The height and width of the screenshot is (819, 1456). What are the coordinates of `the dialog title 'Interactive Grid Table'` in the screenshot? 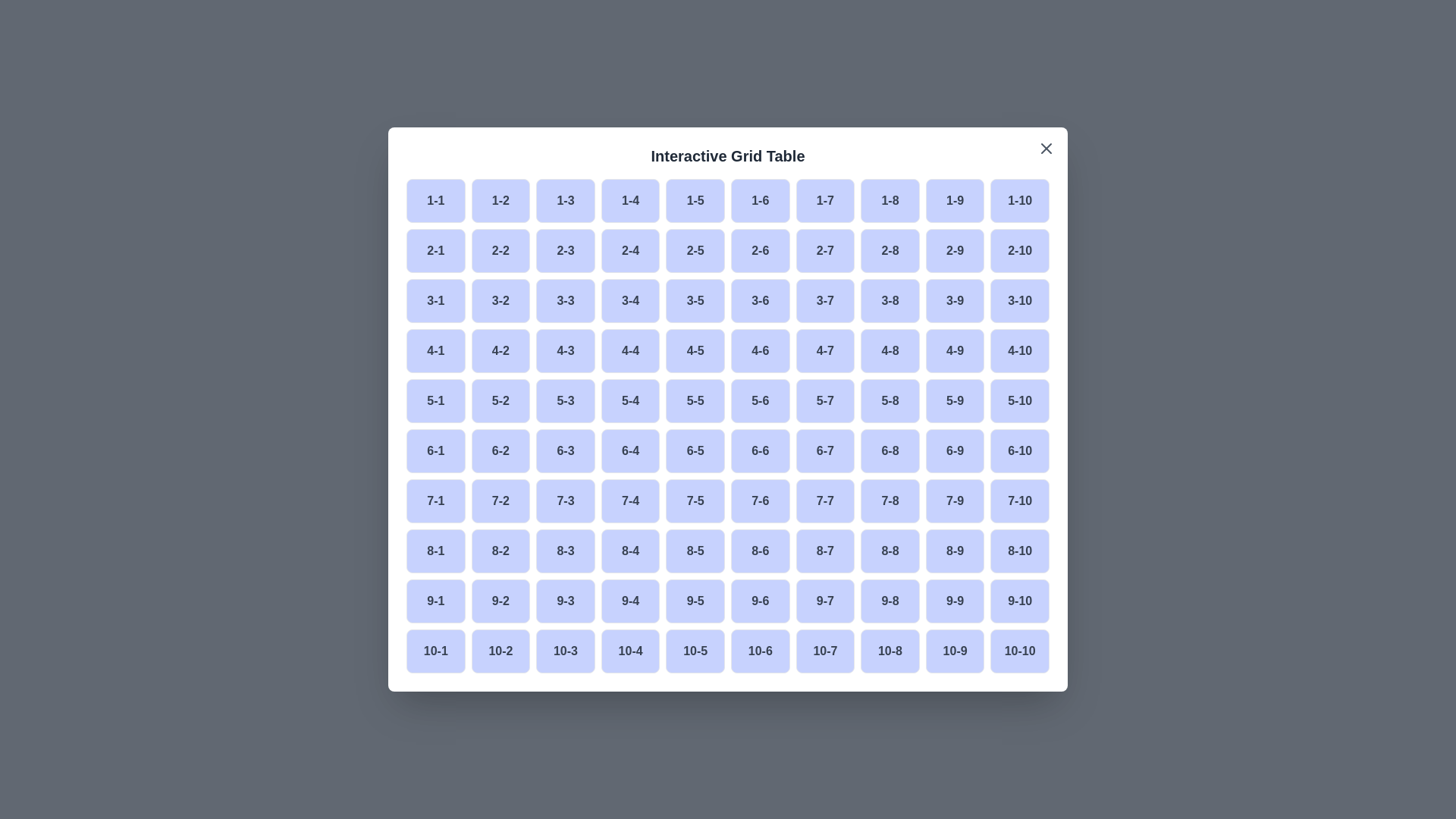 It's located at (728, 155).